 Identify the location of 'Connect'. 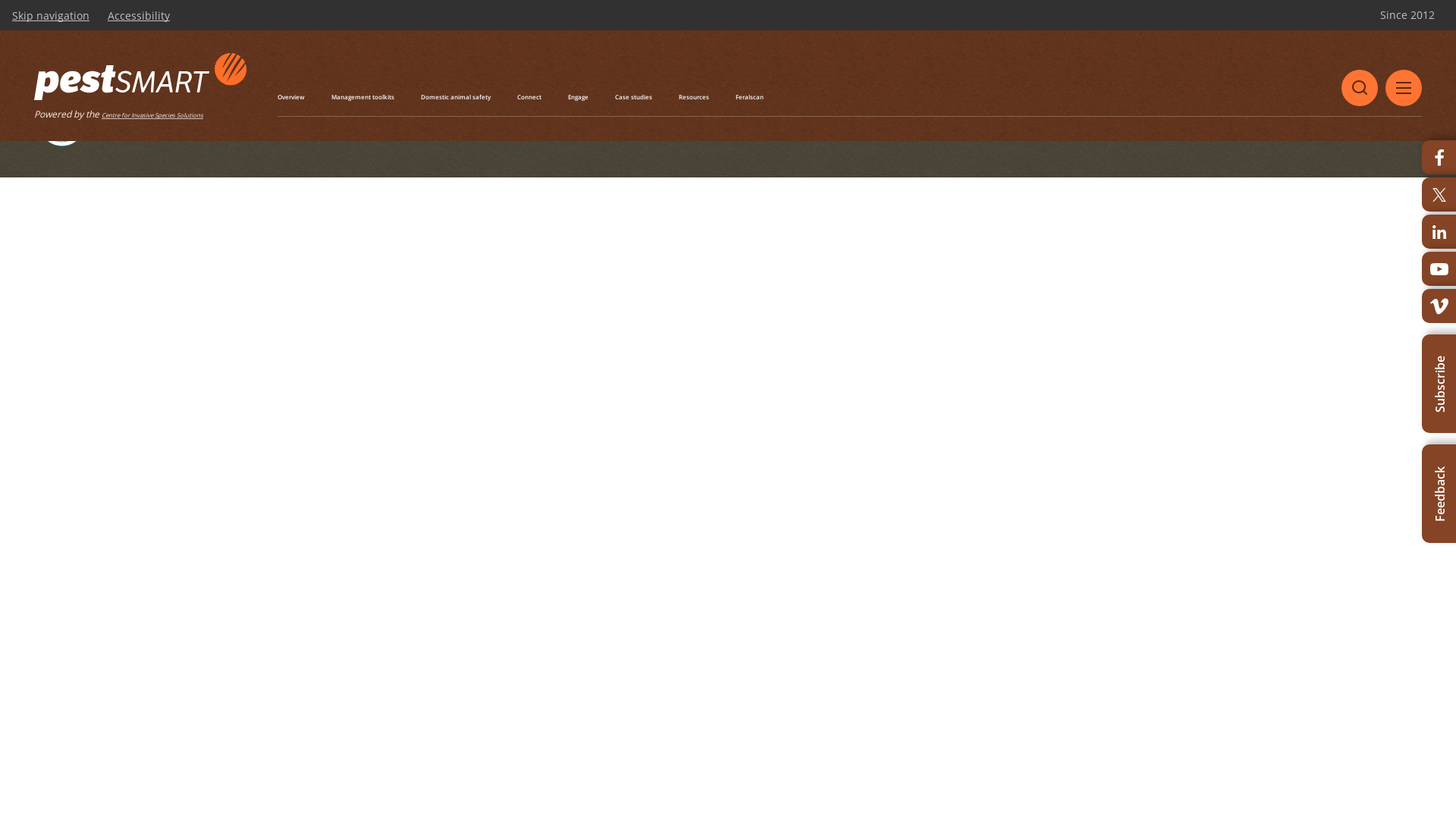
(516, 96).